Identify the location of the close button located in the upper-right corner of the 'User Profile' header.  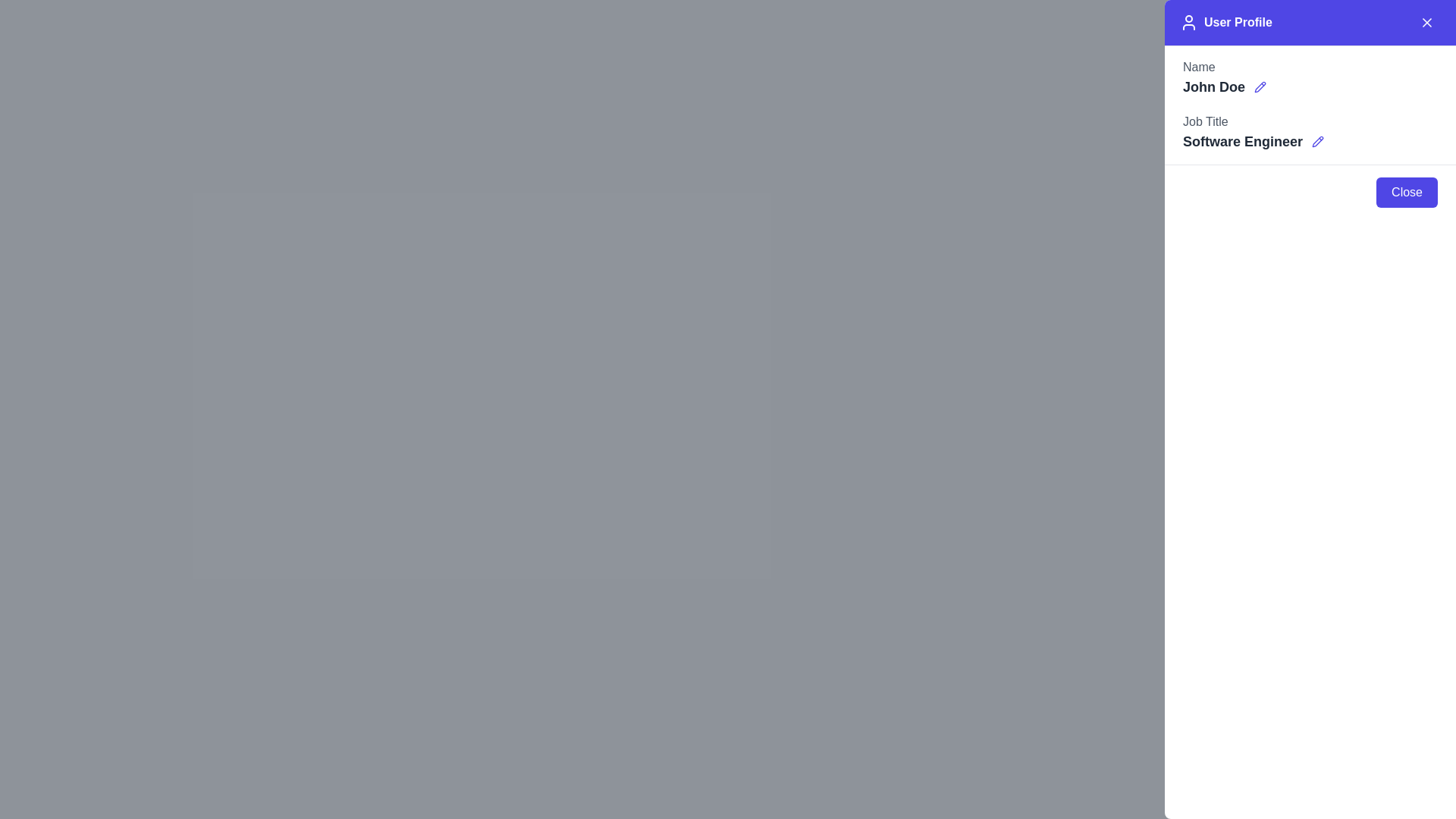
(1426, 23).